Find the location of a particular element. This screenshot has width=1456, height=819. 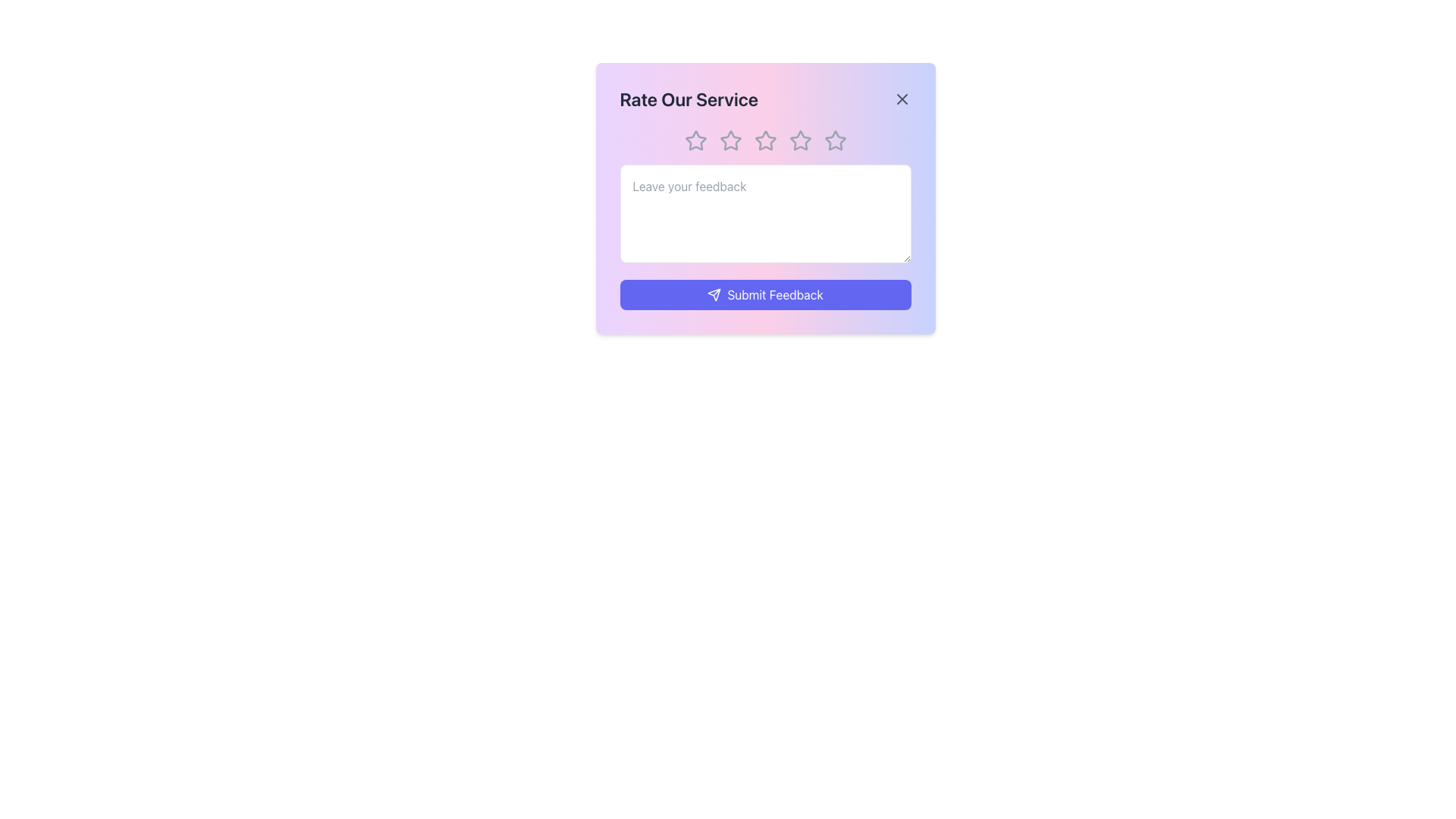

the first rating star icon in the feedback modal is located at coordinates (695, 140).